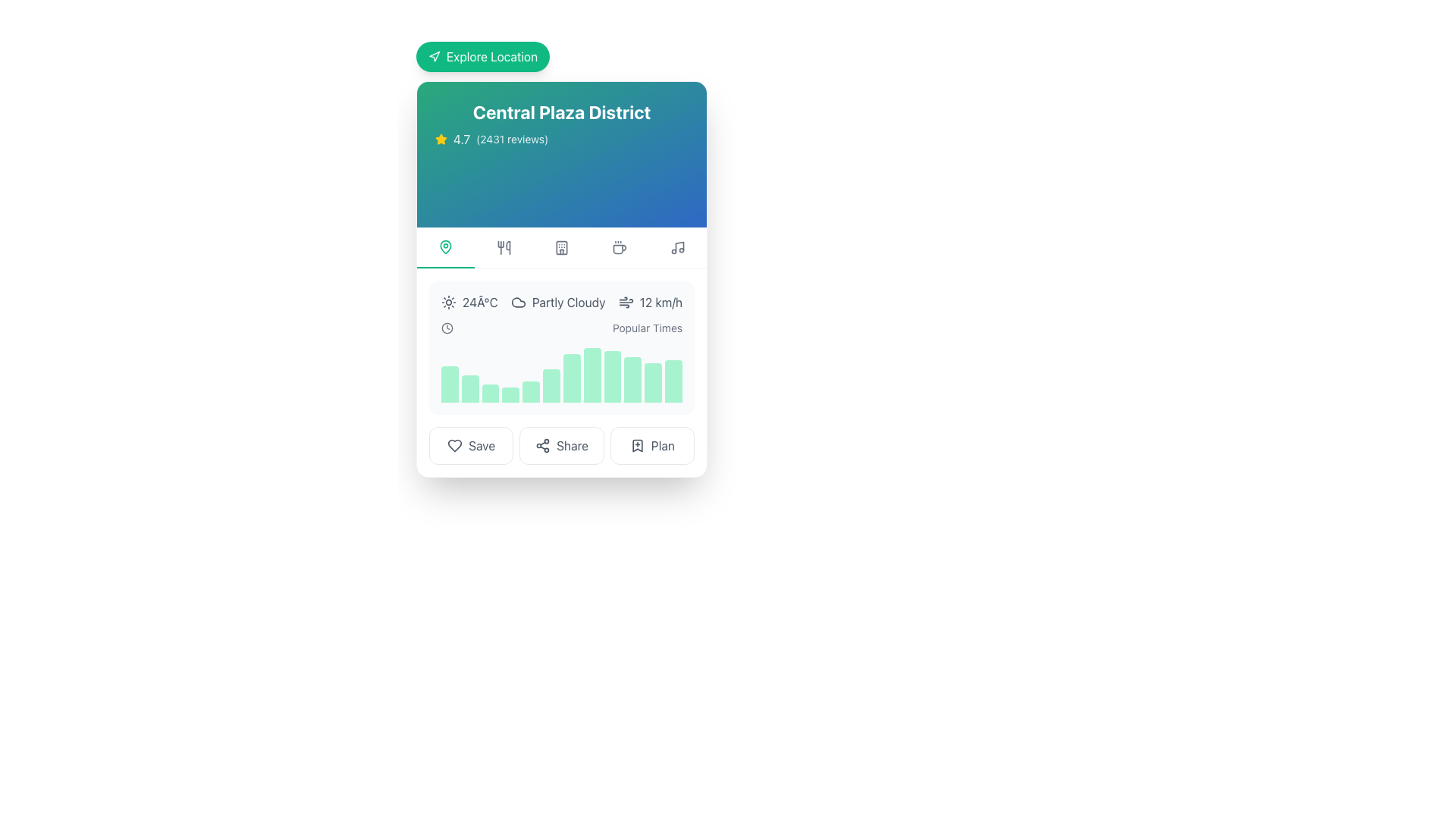  Describe the element at coordinates (481, 444) in the screenshot. I see `the 'Save' button located in the lower section of the central content area, situated between a heart icon on the left and a 'Share' button on the right, to initiate the save action` at that location.